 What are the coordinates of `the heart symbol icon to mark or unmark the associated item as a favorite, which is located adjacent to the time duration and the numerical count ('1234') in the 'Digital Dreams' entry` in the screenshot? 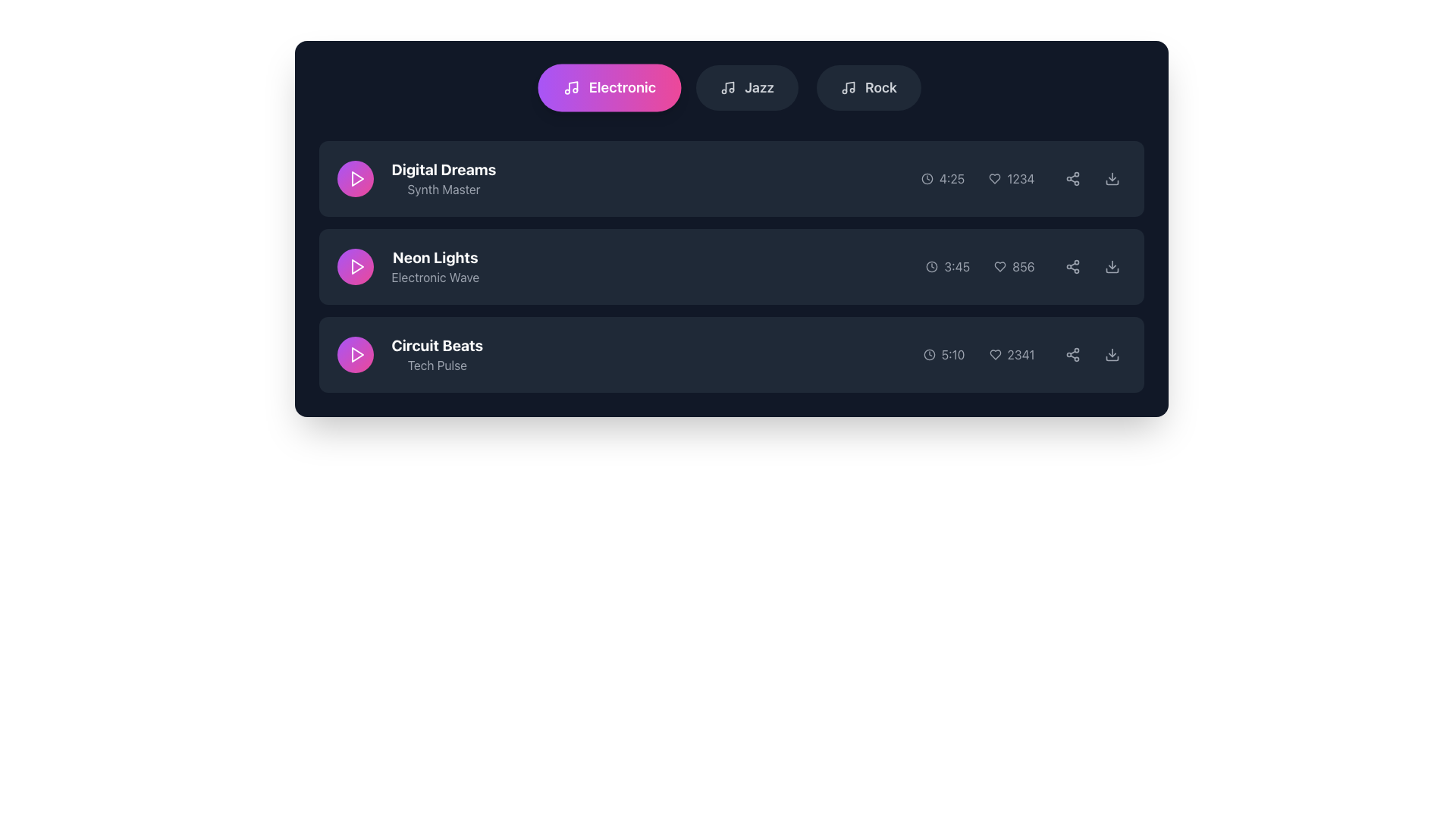 It's located at (995, 177).